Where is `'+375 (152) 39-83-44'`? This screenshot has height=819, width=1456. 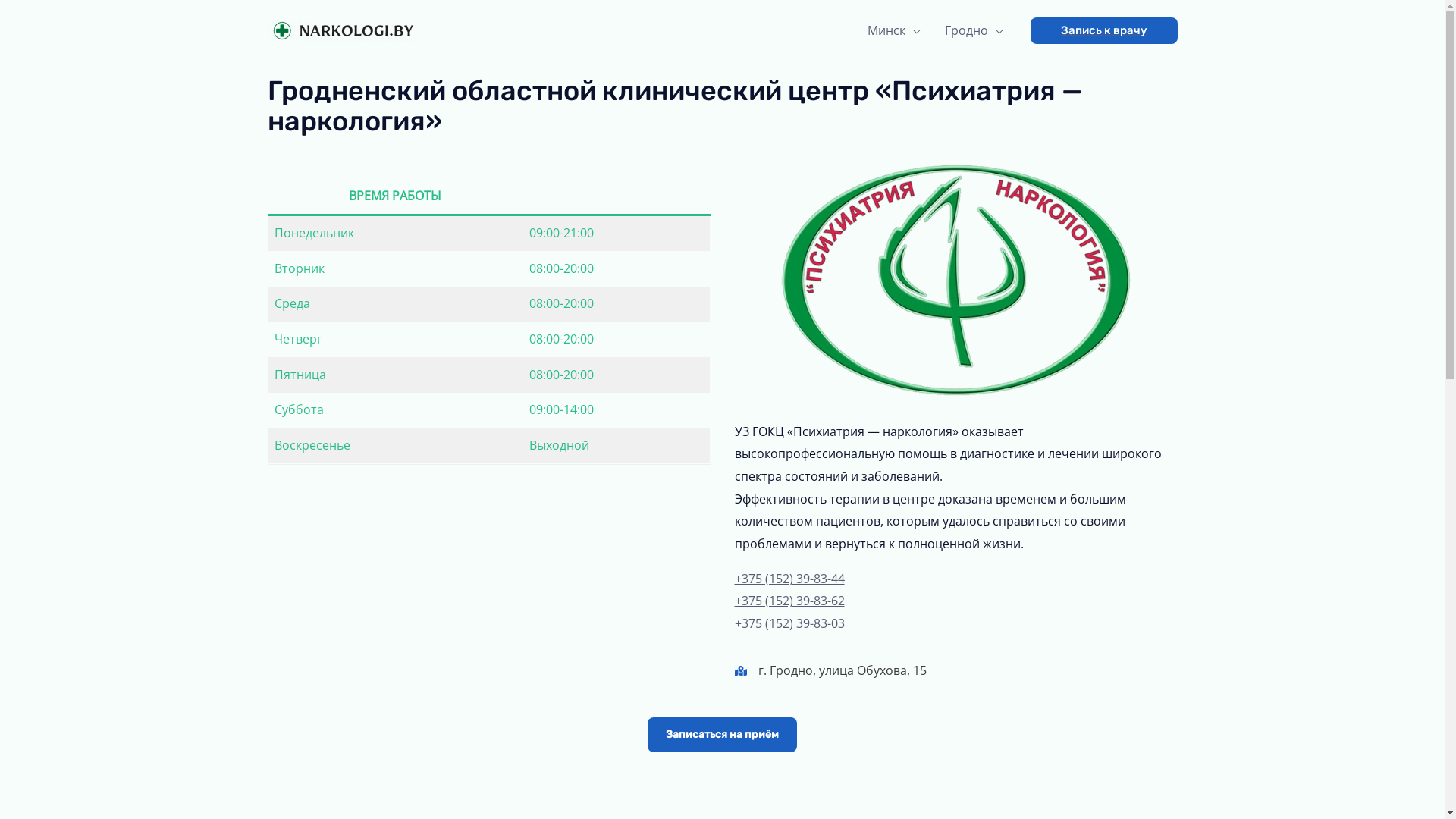 '+375 (152) 39-83-44' is located at coordinates (789, 579).